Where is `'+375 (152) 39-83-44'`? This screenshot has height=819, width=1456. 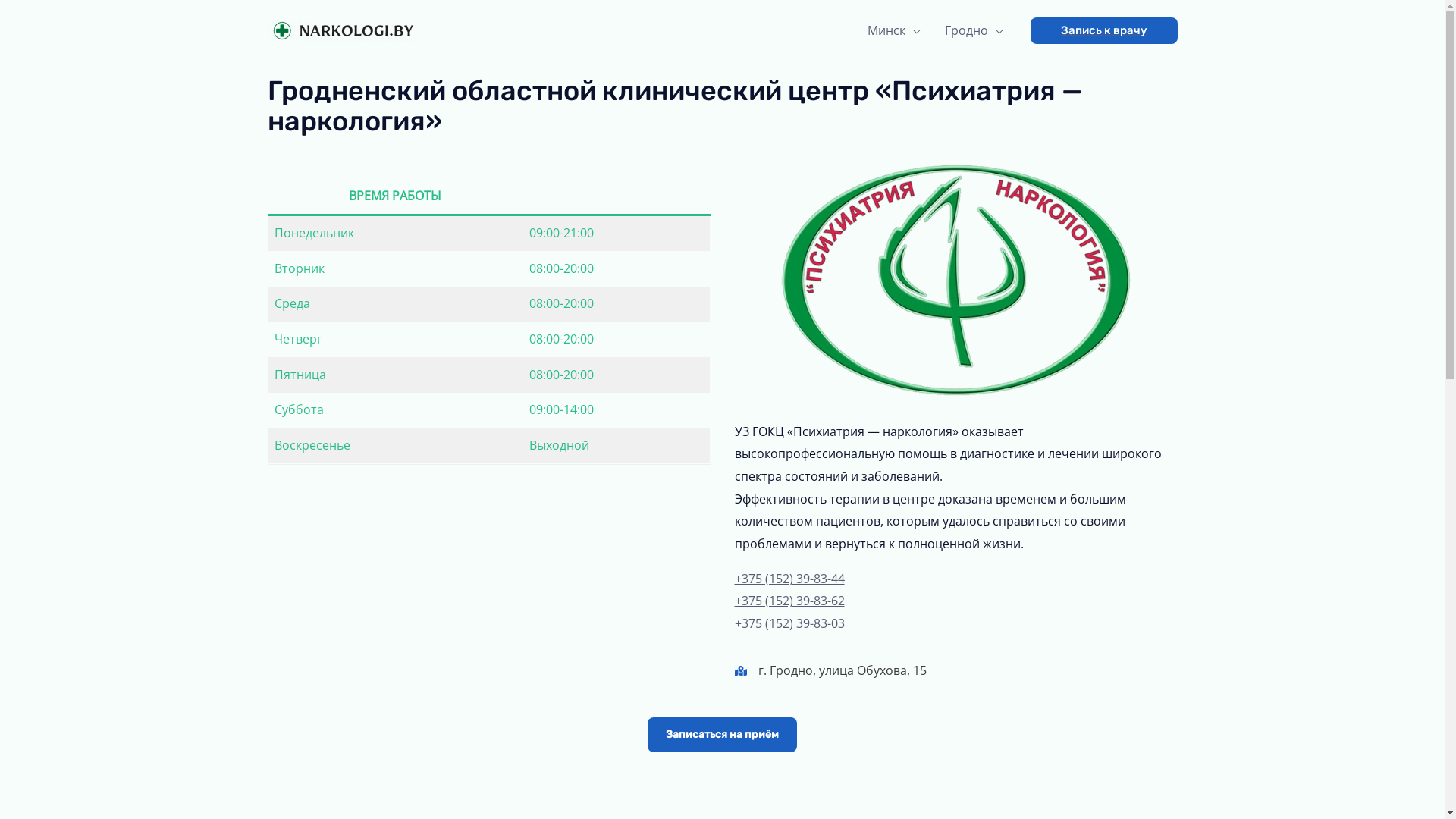 '+375 (152) 39-83-44' is located at coordinates (789, 579).